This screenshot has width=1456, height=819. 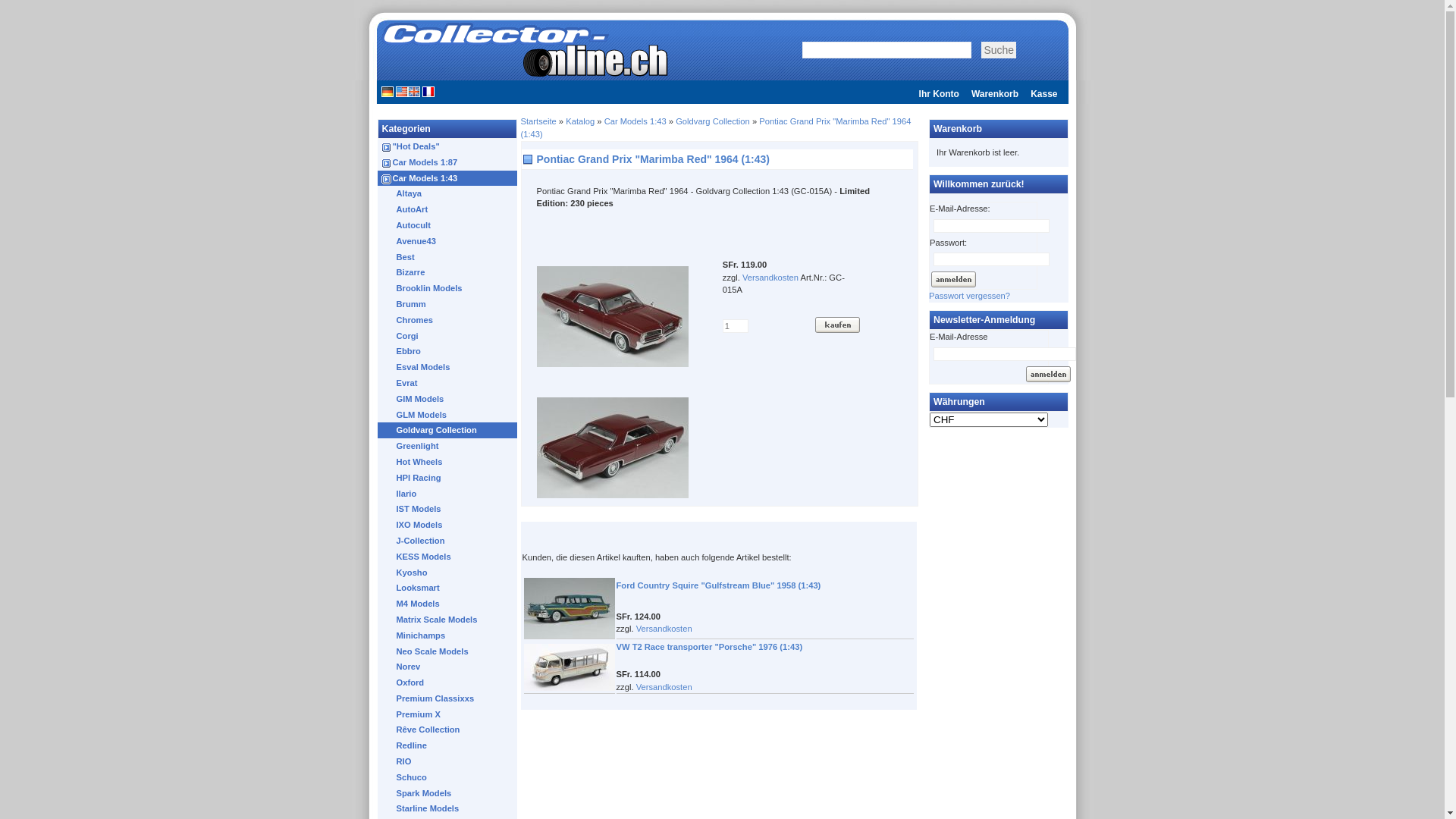 I want to click on 'Versandkosten', so click(x=664, y=687).